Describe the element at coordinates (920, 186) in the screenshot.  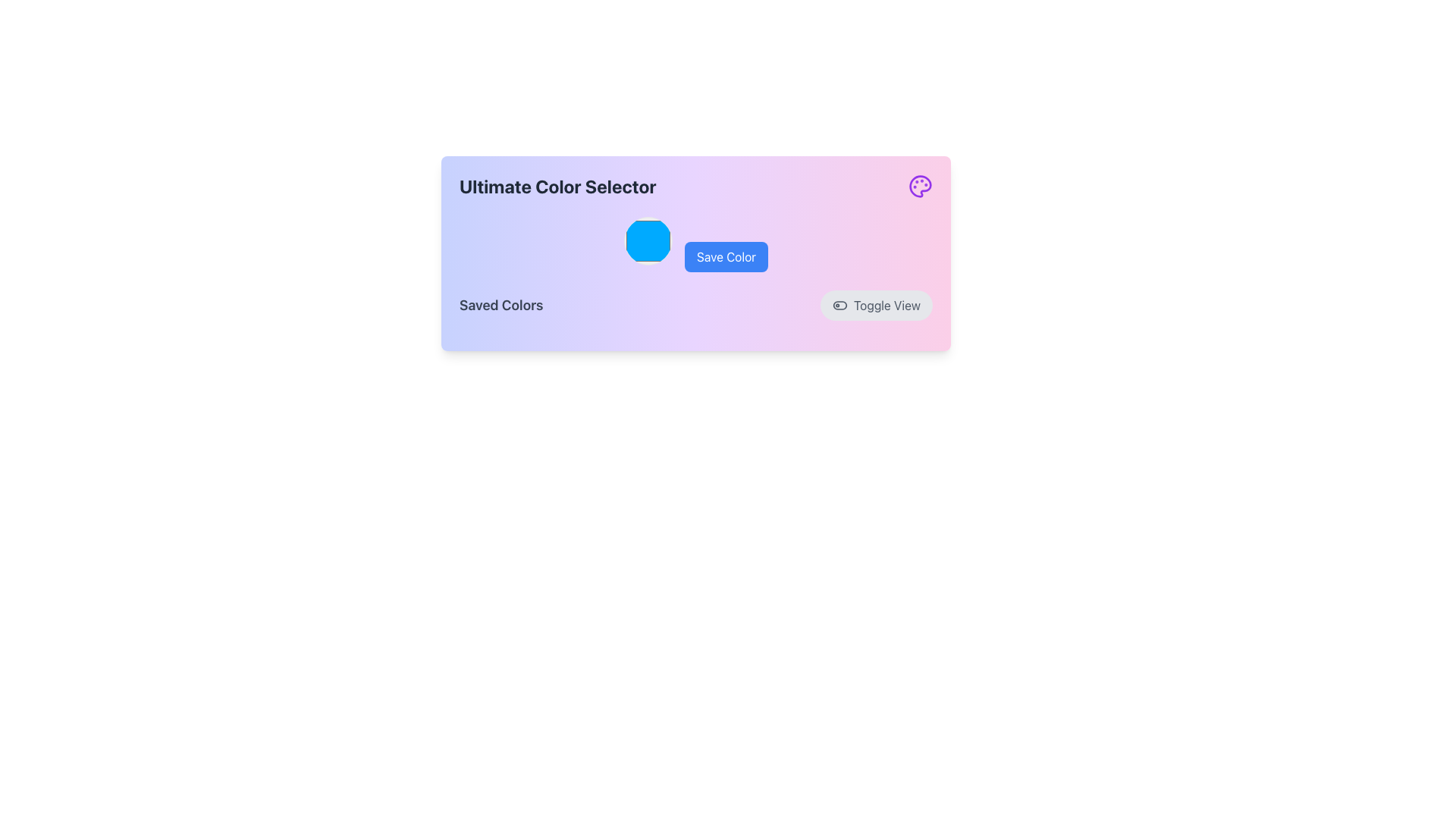
I see `the central circular portion of the palette icon located at the top-right corner of the interface's card` at that location.